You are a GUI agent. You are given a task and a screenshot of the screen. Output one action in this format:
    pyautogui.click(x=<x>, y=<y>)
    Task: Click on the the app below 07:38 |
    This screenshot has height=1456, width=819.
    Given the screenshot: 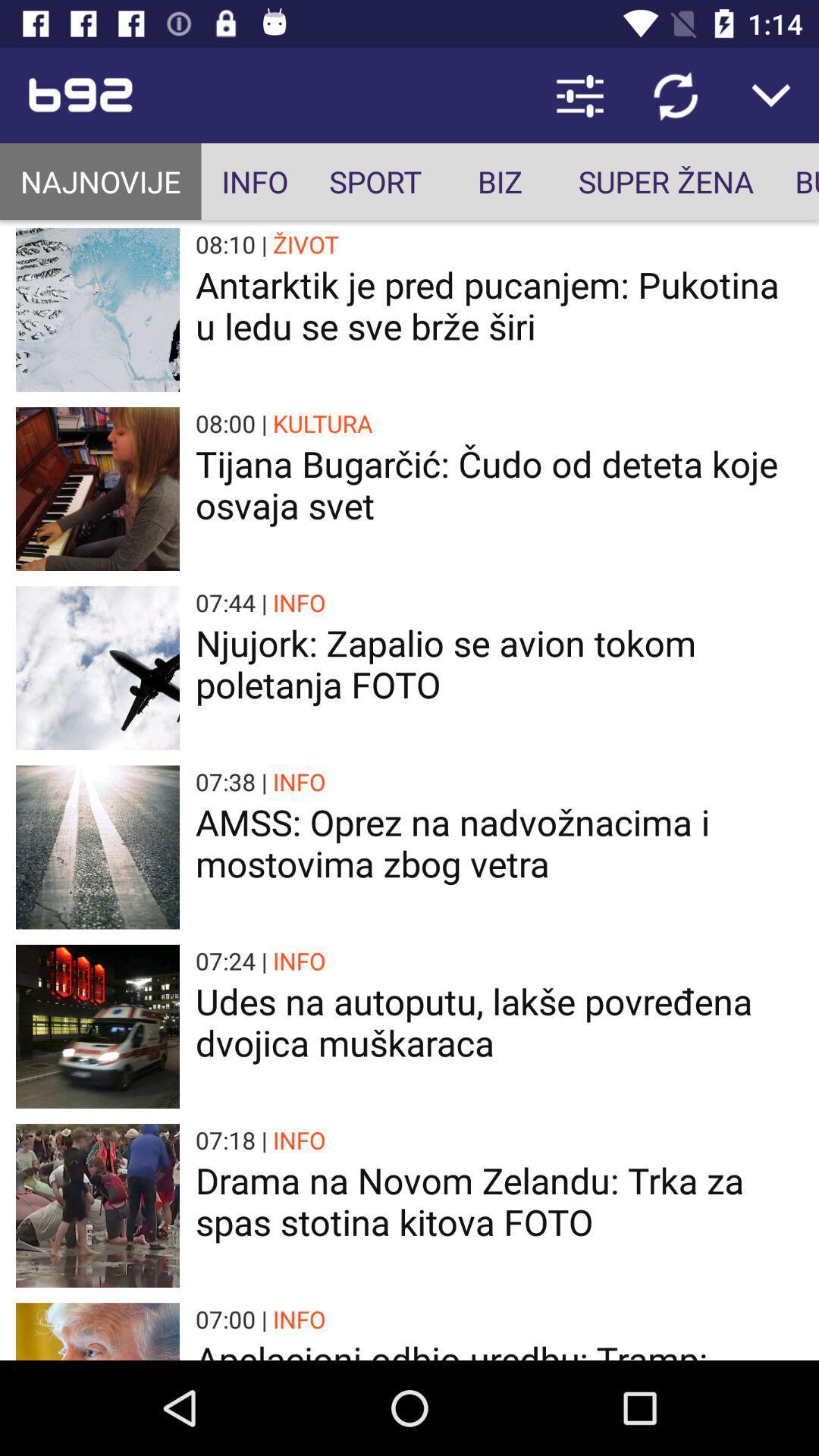 What is the action you would take?
    pyautogui.click(x=499, y=842)
    